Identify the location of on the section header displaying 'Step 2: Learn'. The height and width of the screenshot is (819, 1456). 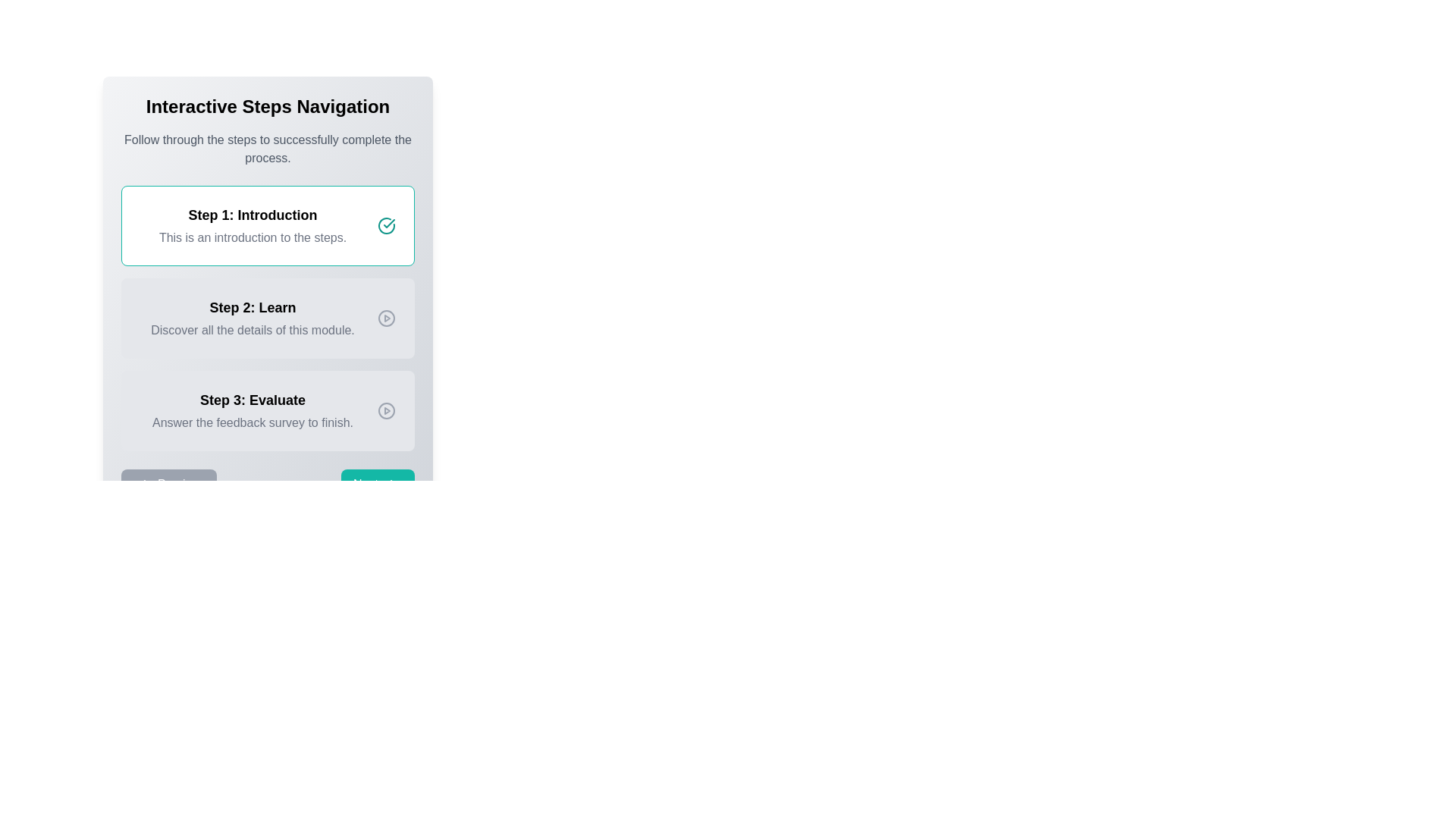
(253, 307).